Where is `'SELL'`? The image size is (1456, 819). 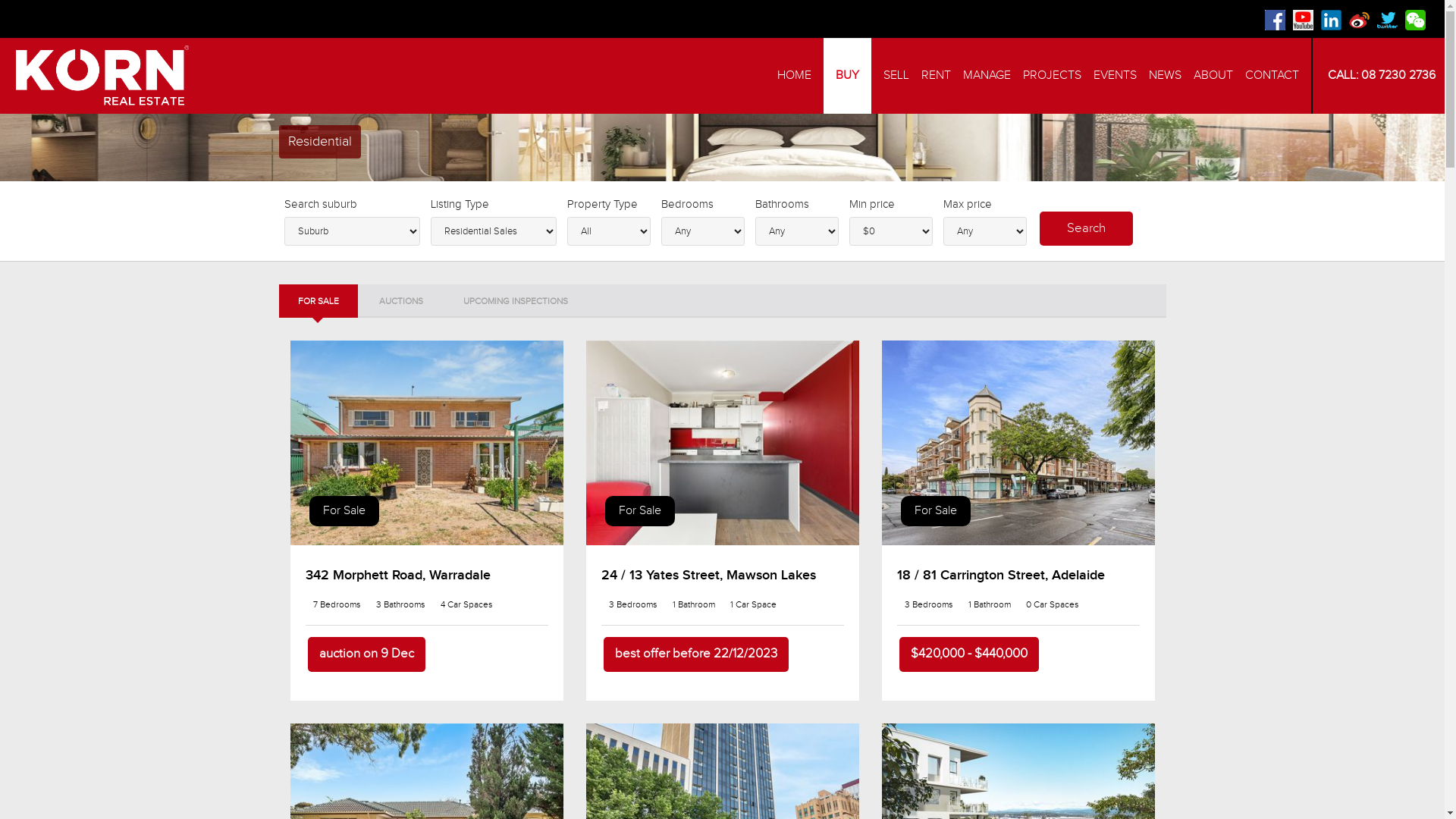 'SELL' is located at coordinates (896, 76).